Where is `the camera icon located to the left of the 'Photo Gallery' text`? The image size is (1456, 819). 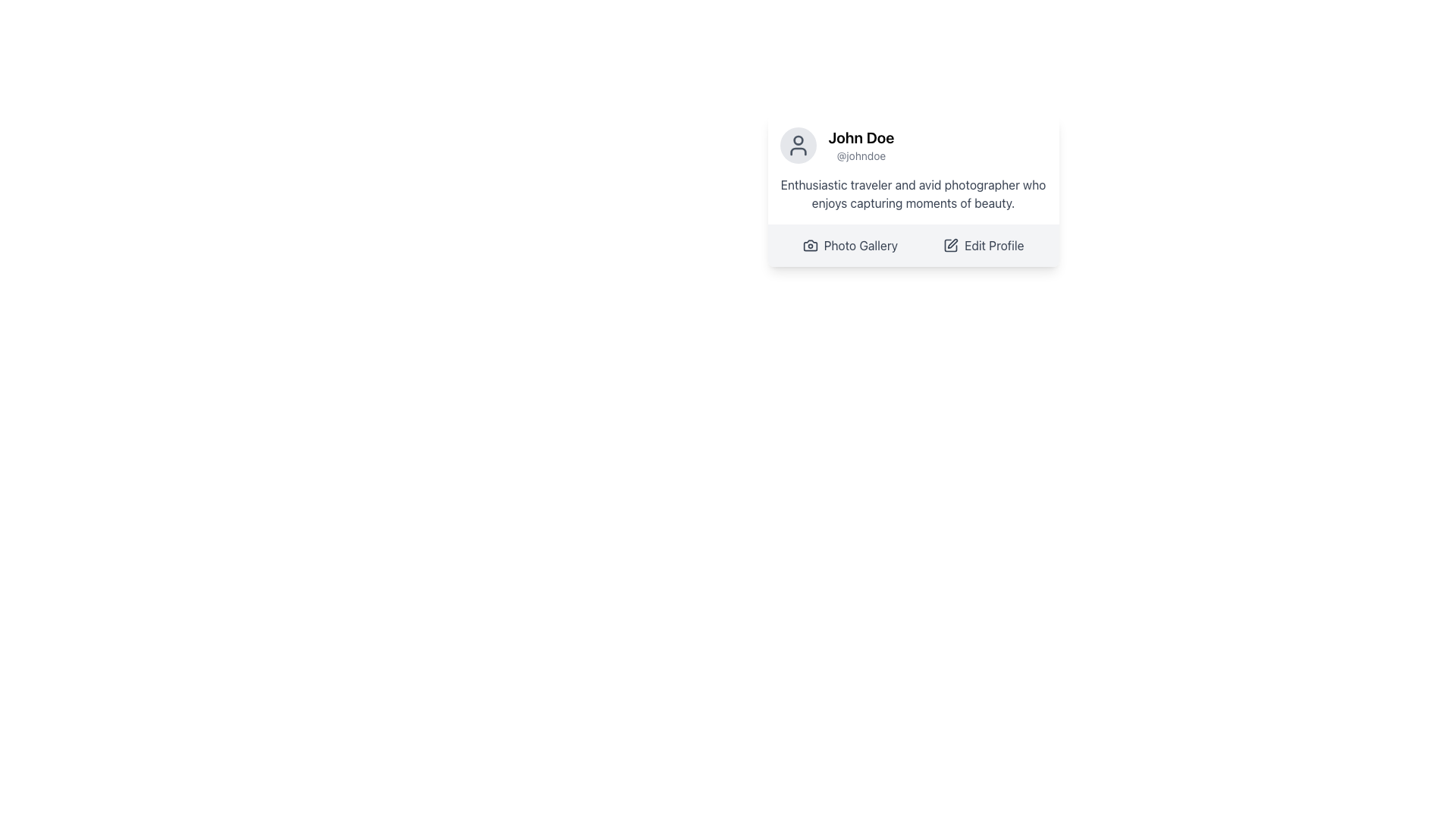 the camera icon located to the left of the 'Photo Gallery' text is located at coordinates (809, 245).